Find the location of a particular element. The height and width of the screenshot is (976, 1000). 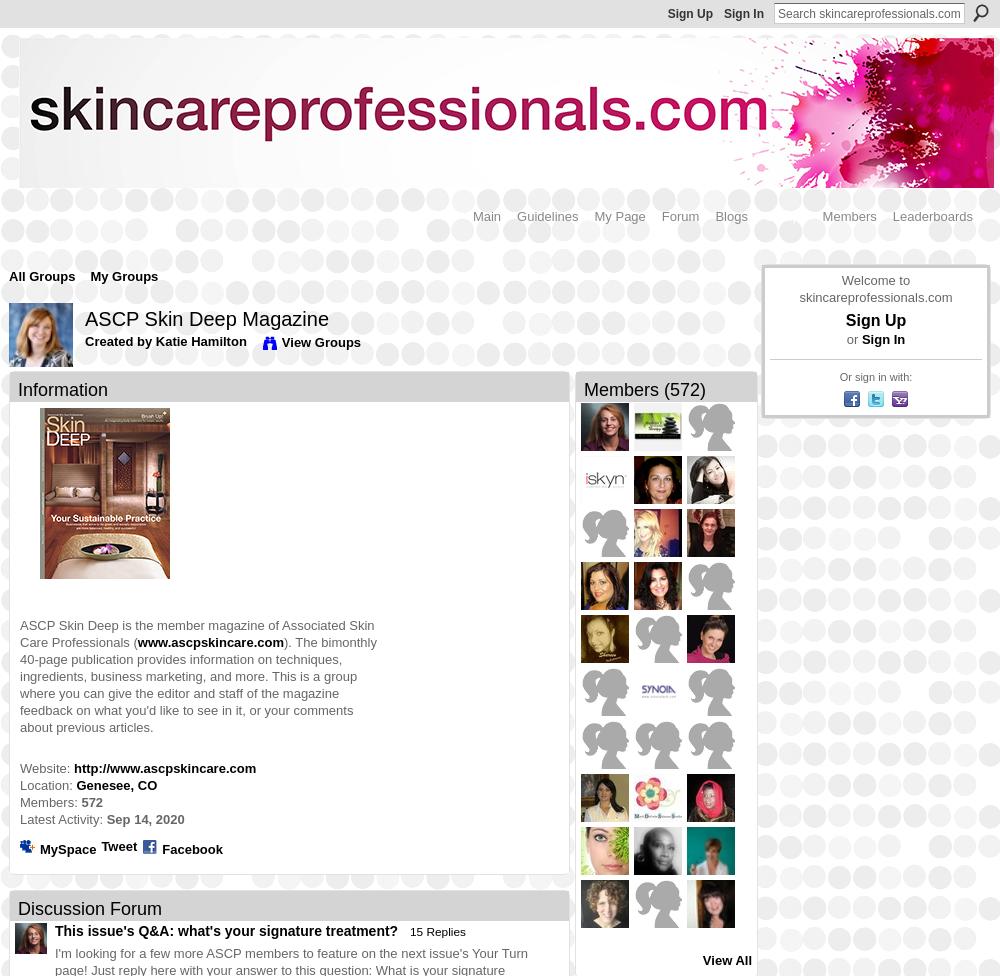

'Or sign in with:' is located at coordinates (875, 376).